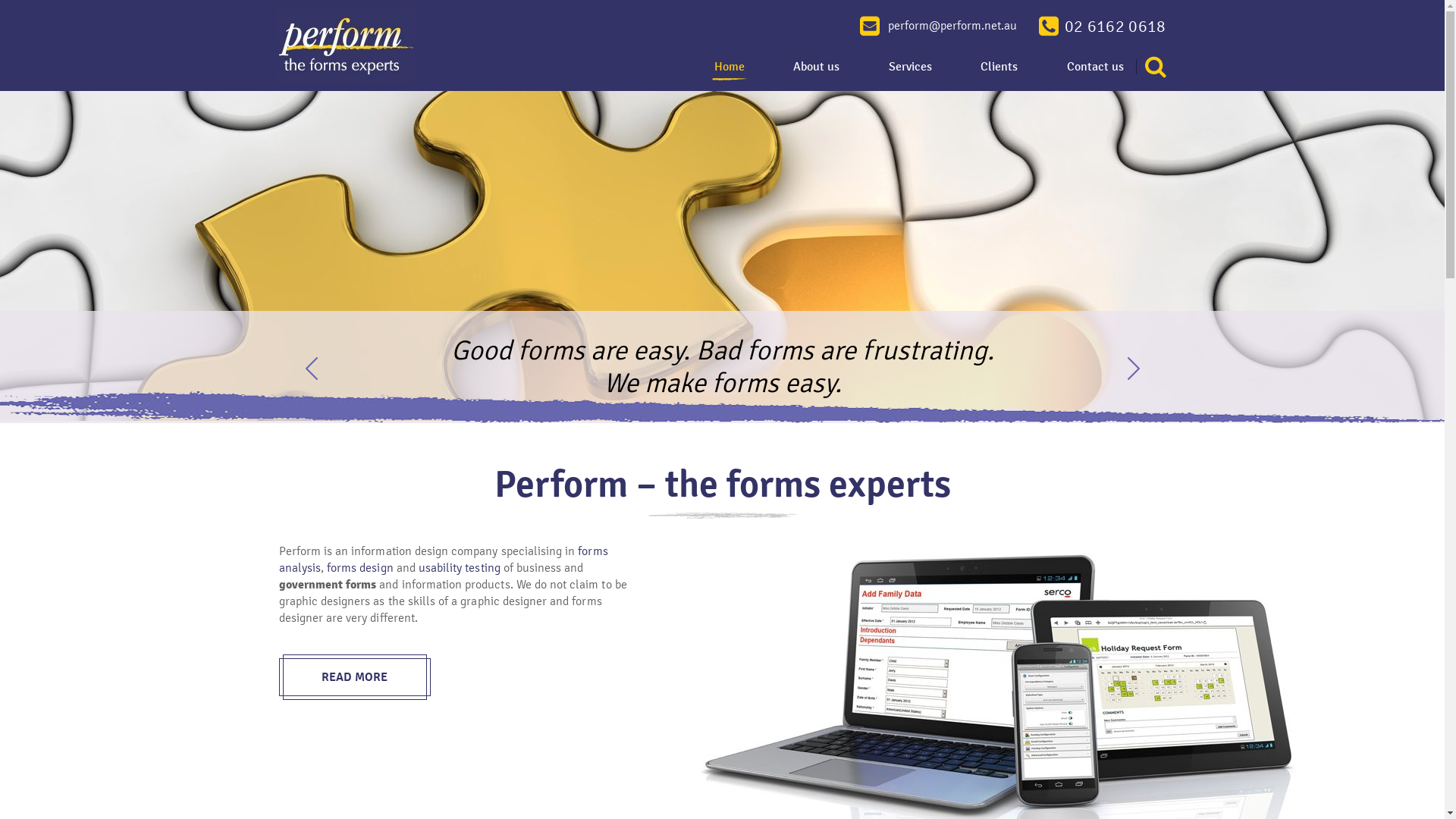 The width and height of the screenshot is (1456, 819). What do you see at coordinates (1103, 25) in the screenshot?
I see `'02 6162 0618'` at bounding box center [1103, 25].